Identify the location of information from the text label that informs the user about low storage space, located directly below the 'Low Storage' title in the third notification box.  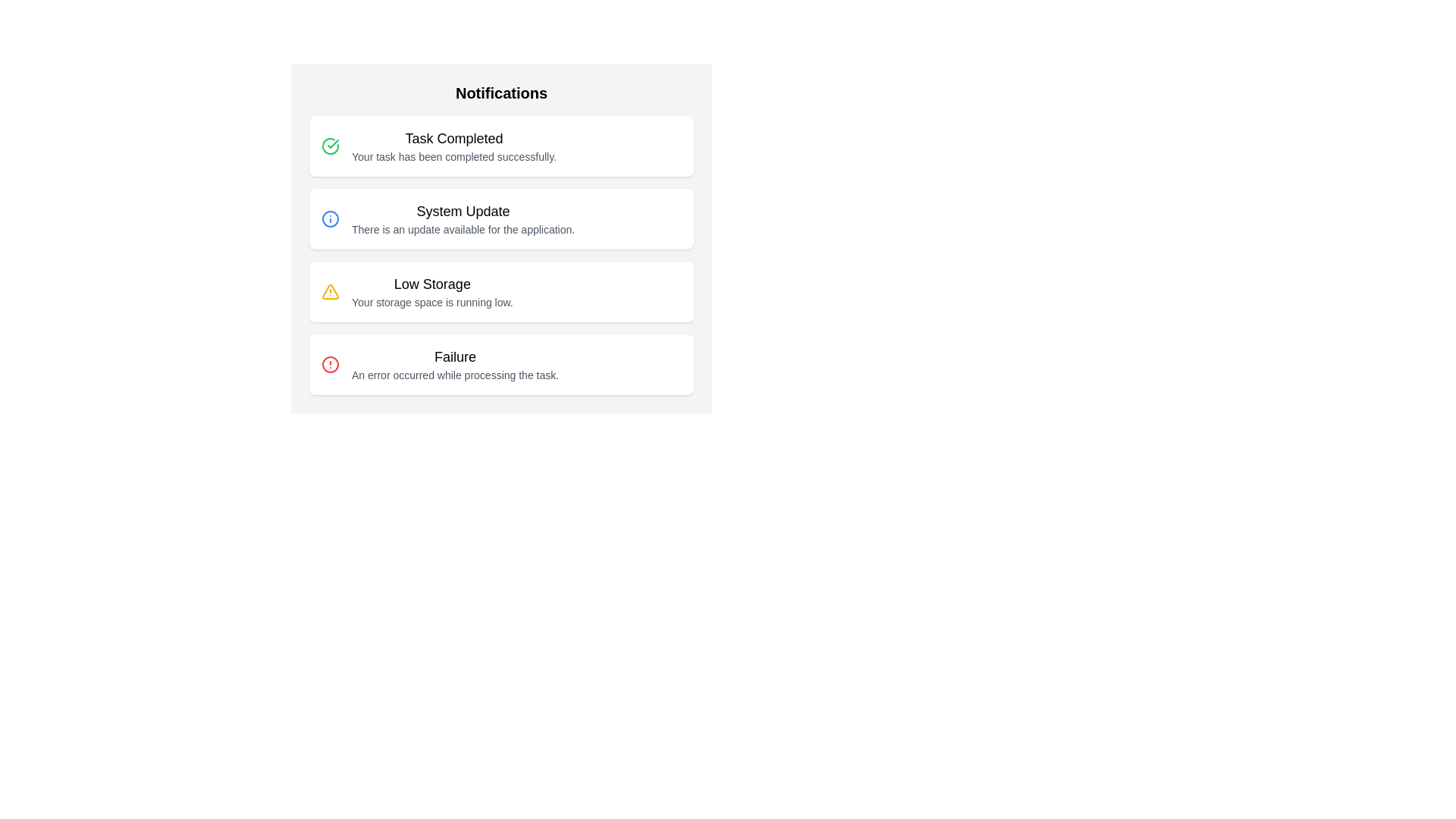
(431, 302).